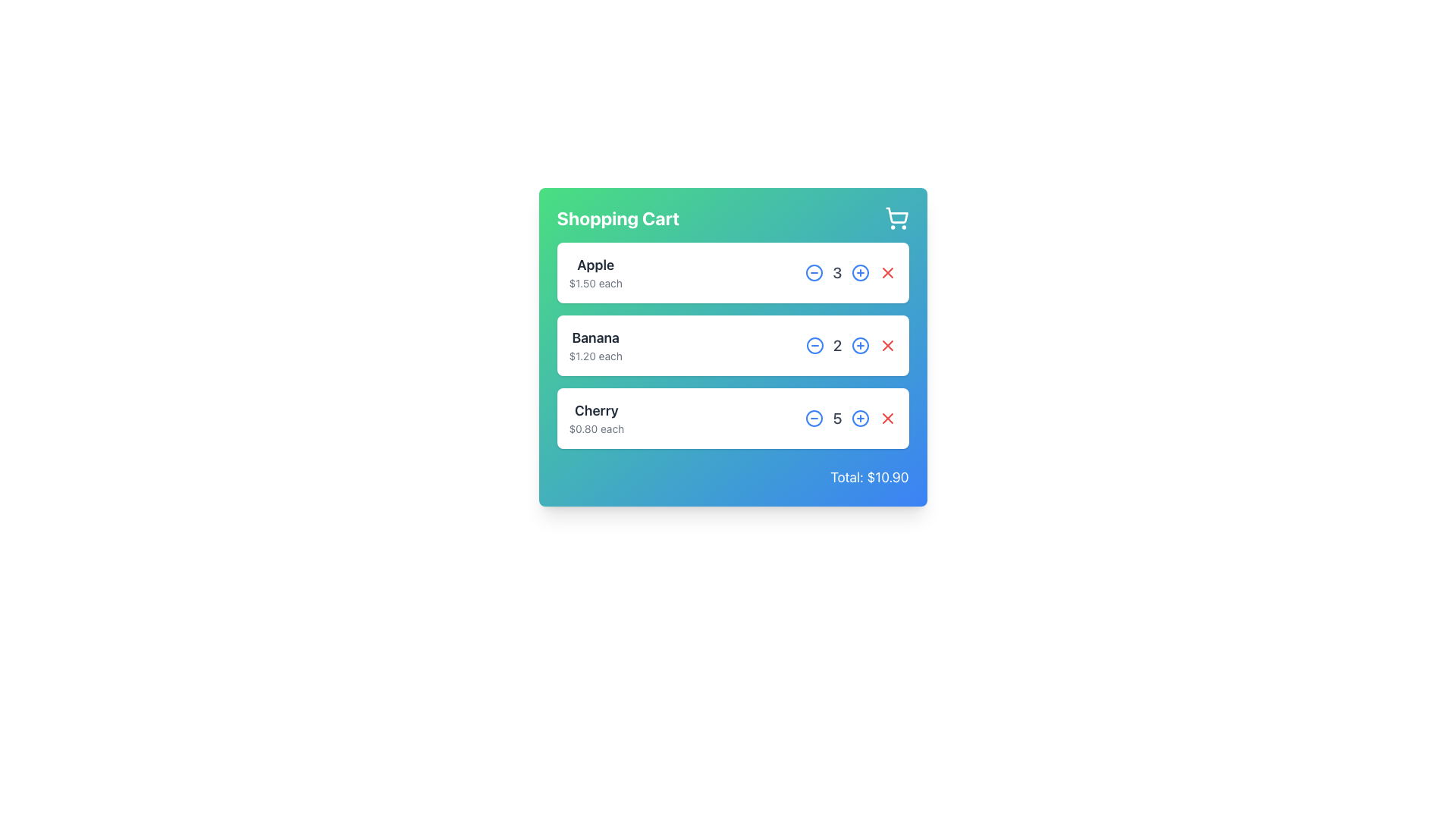  Describe the element at coordinates (595, 411) in the screenshot. I see `the text element labeled 'Cherry' in the shopping list, which is located under the 'Banana' entry in the shopping cart section` at that location.